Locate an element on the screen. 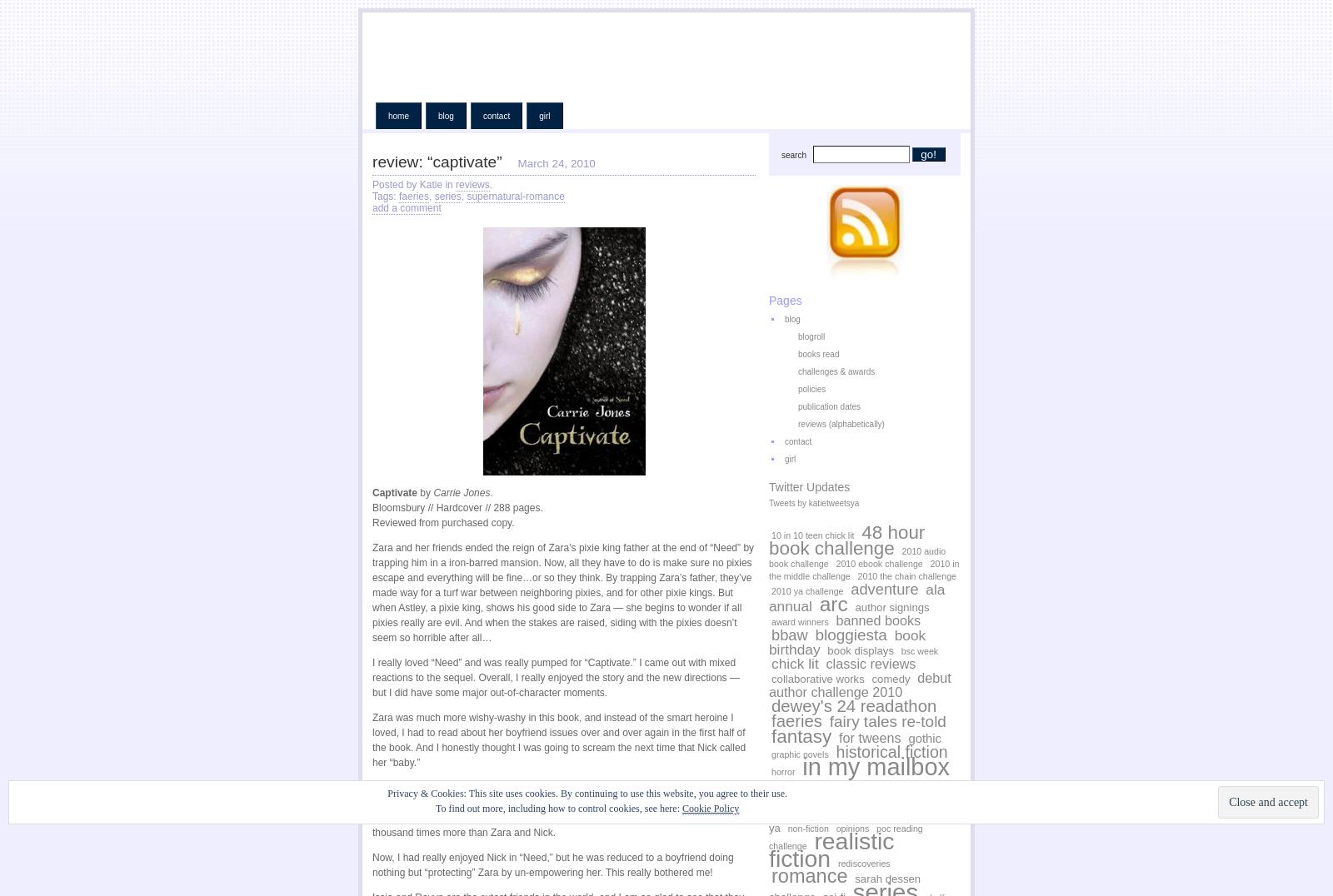 The image size is (1333, 896). 'for tweens' is located at coordinates (870, 737).